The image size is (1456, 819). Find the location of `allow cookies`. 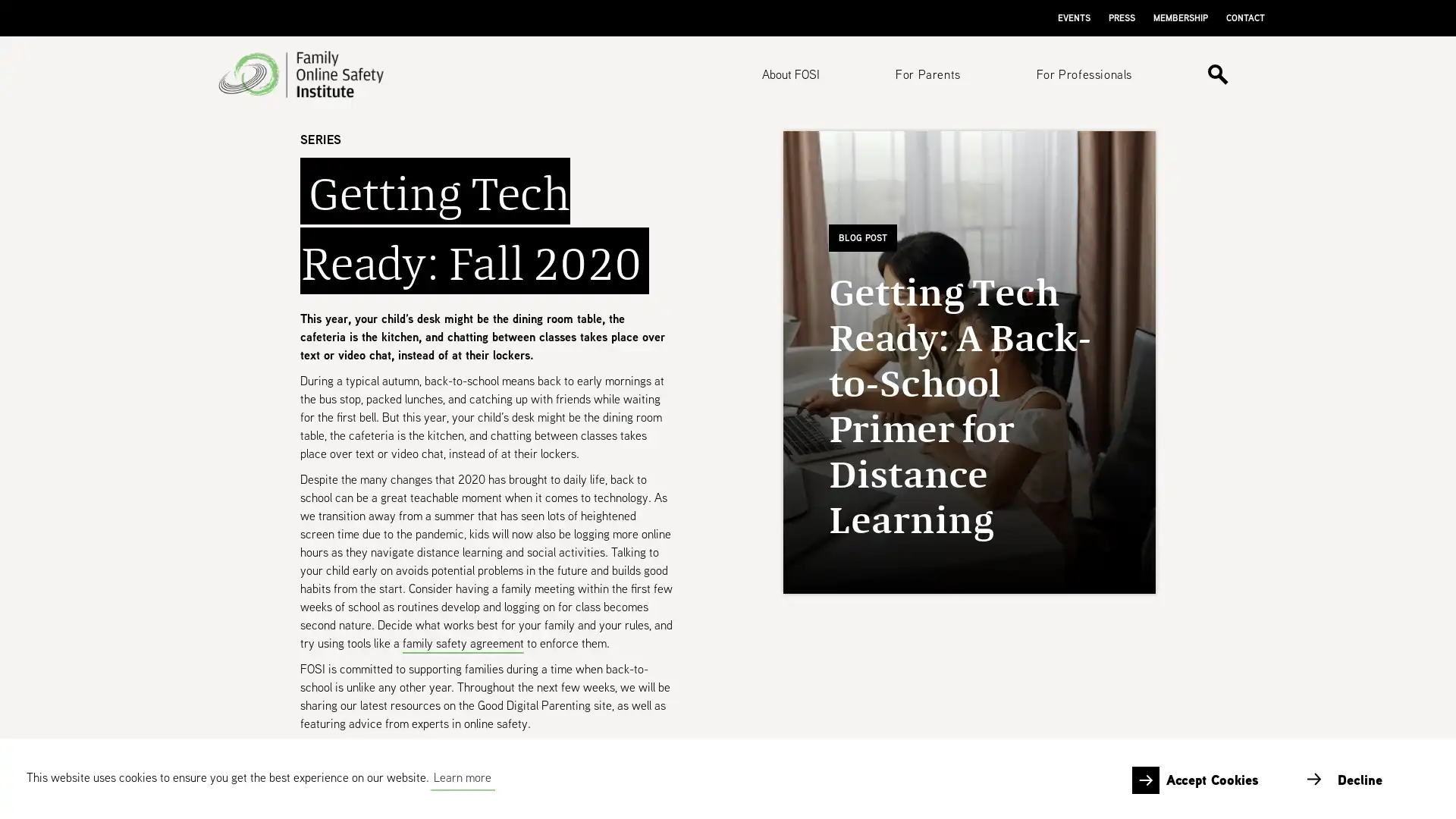

allow cookies is located at coordinates (1194, 778).